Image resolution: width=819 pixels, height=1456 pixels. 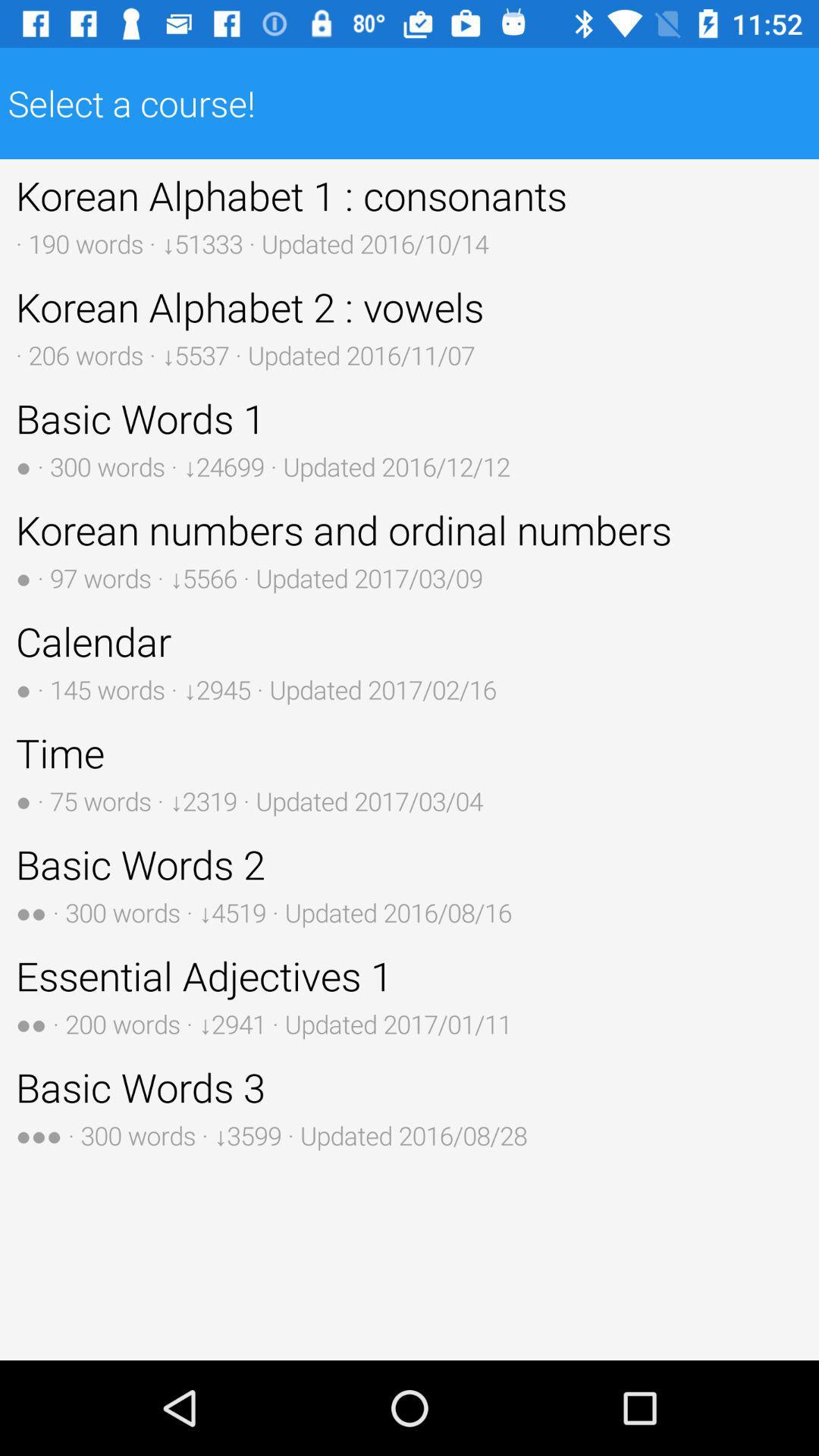 I want to click on time 75 words button, so click(x=409, y=772).